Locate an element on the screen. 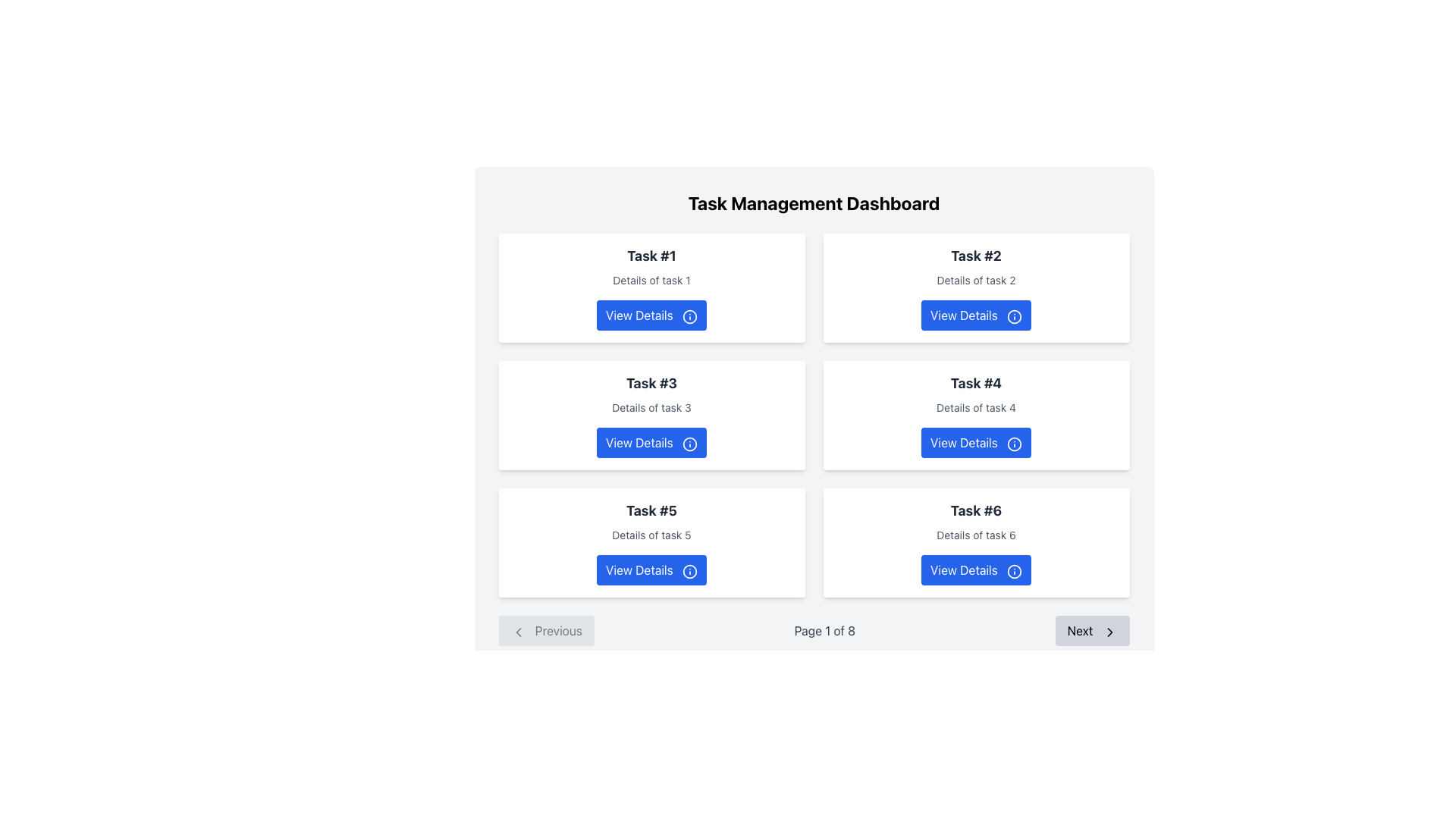 The height and width of the screenshot is (819, 1456). the text label that provides a brief description for 'Task #1', located below the title and above the 'View Details' button is located at coordinates (651, 281).